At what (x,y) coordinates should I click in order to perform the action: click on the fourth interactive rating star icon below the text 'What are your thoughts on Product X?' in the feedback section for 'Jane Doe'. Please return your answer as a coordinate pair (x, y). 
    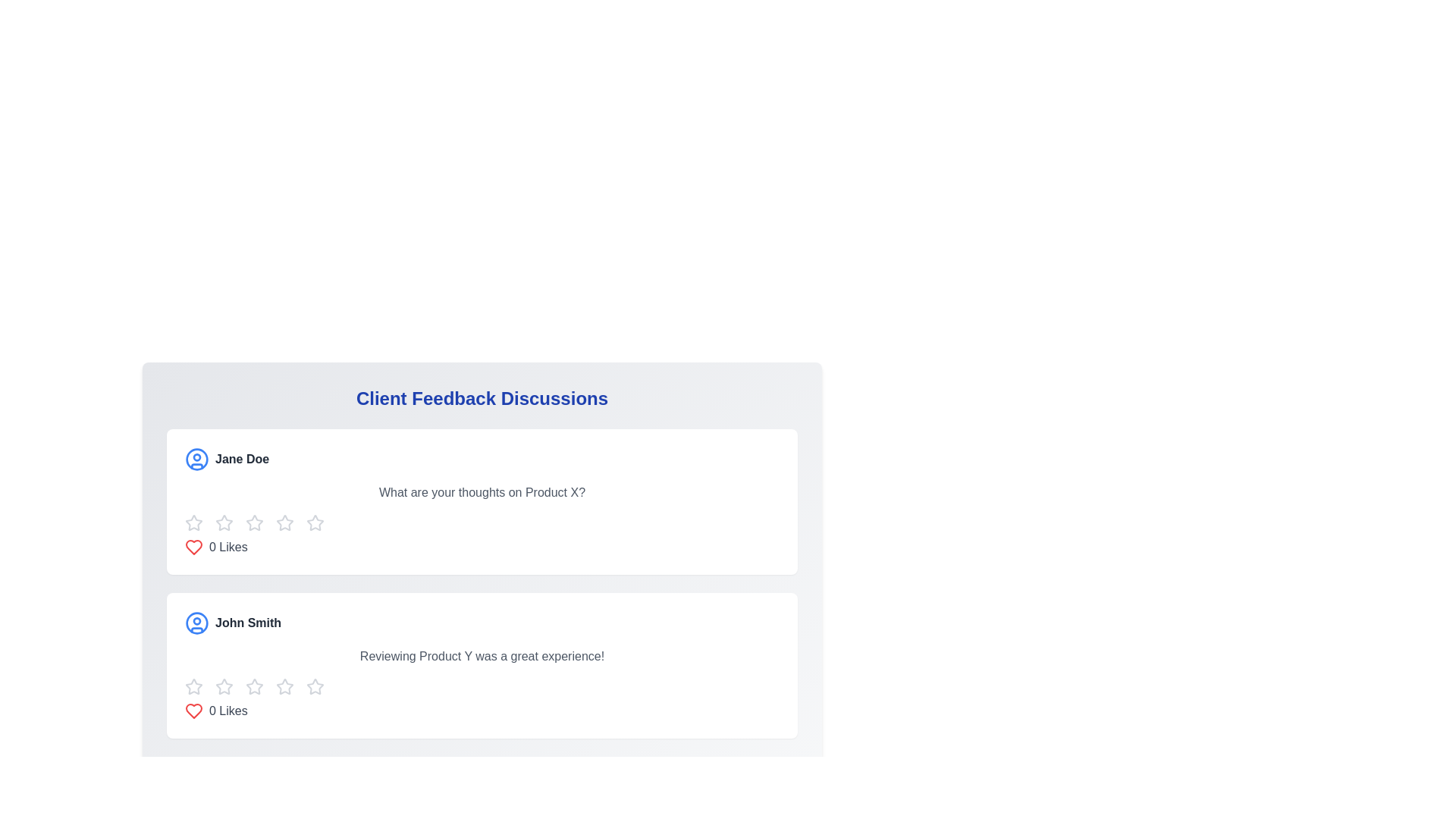
    Looking at the image, I should click on (255, 522).